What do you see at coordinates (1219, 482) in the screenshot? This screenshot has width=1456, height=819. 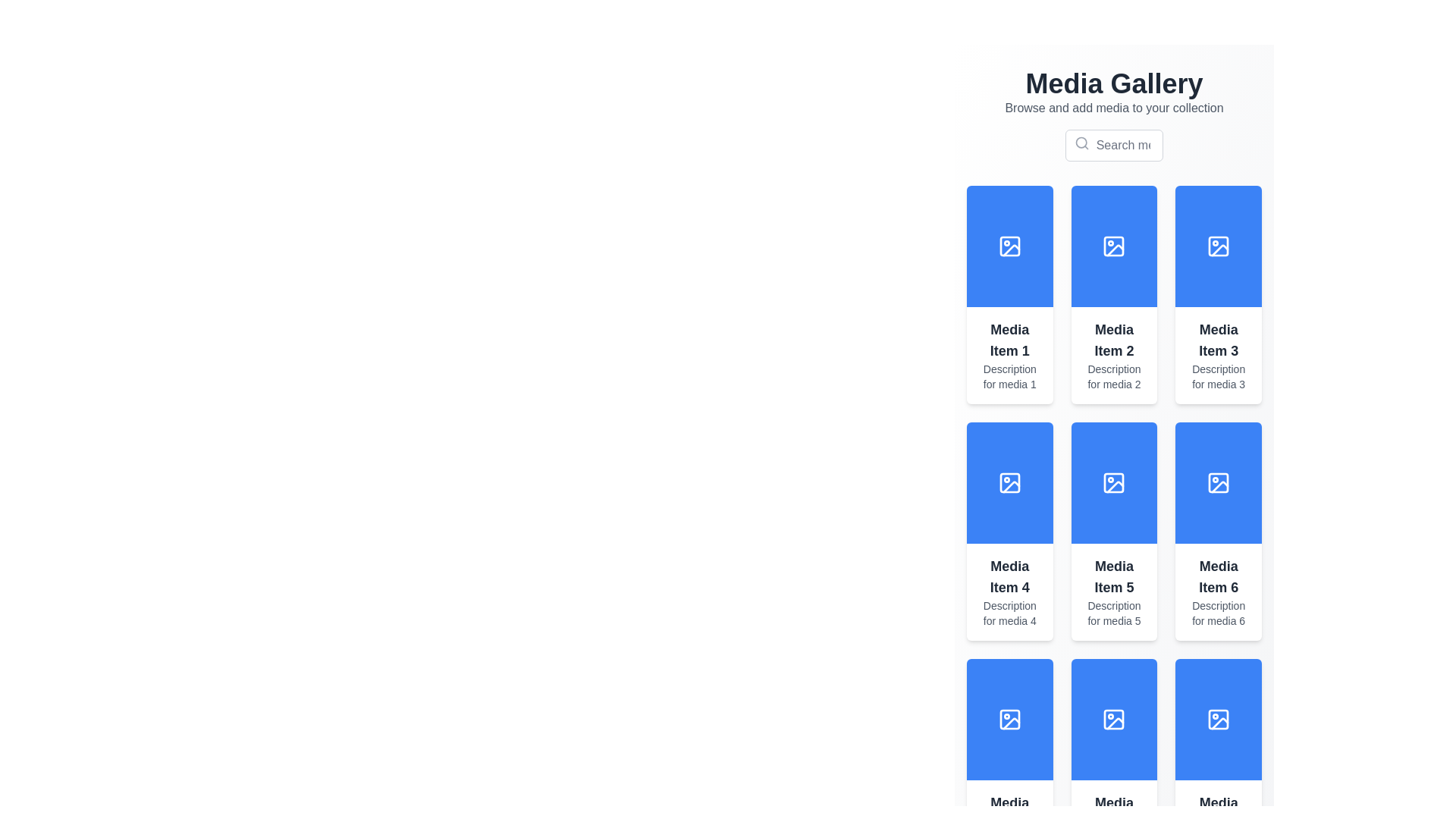 I see `the static placeholder graphic that serves as a preview area for a media item, located in the third column of the second row, above 'Media Item 6' and 'Description for media 6'` at bounding box center [1219, 482].